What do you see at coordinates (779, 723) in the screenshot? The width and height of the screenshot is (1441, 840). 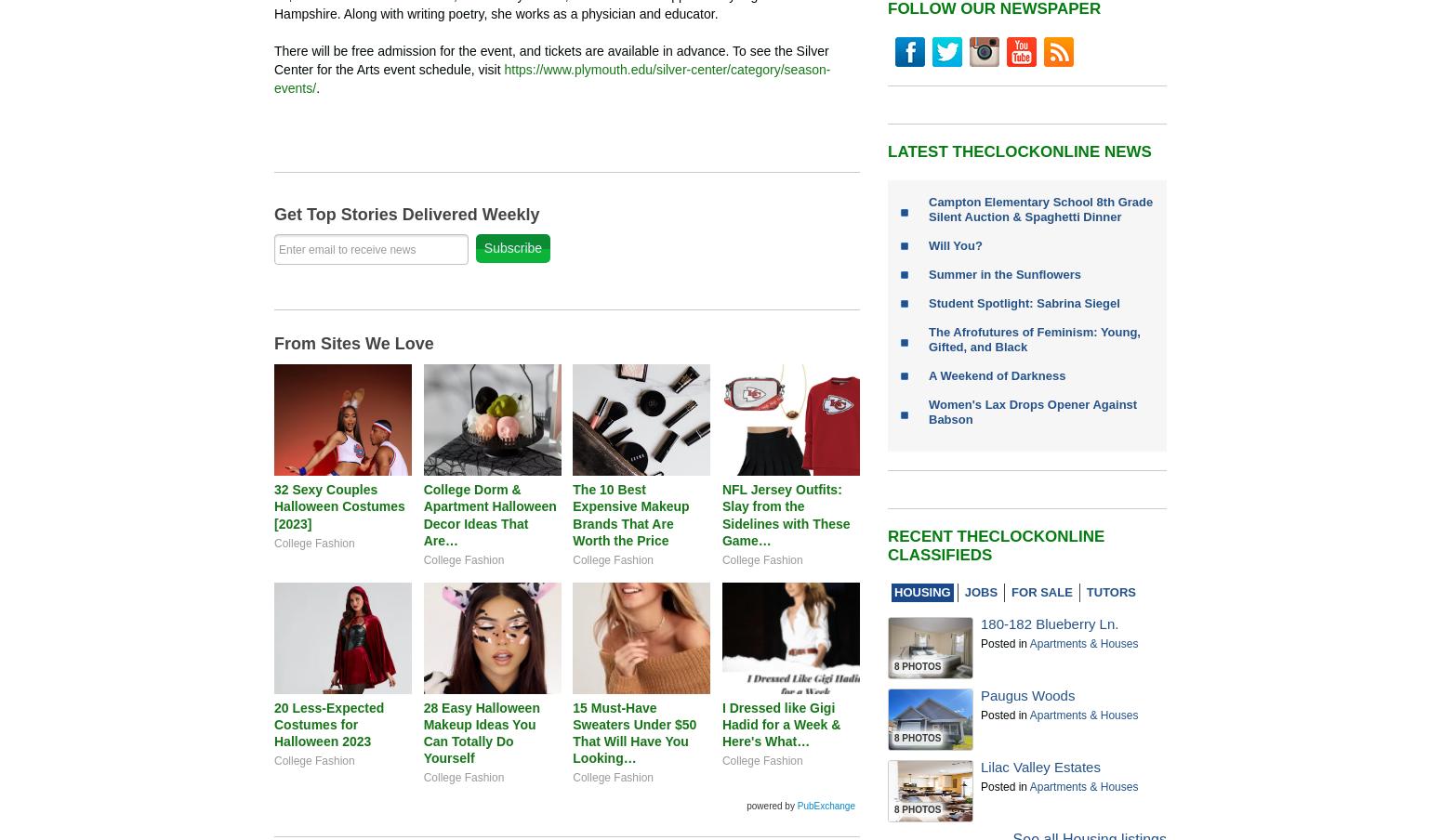 I see `'I Dressed like Gigi Hadid for a Week & Here's What…'` at bounding box center [779, 723].